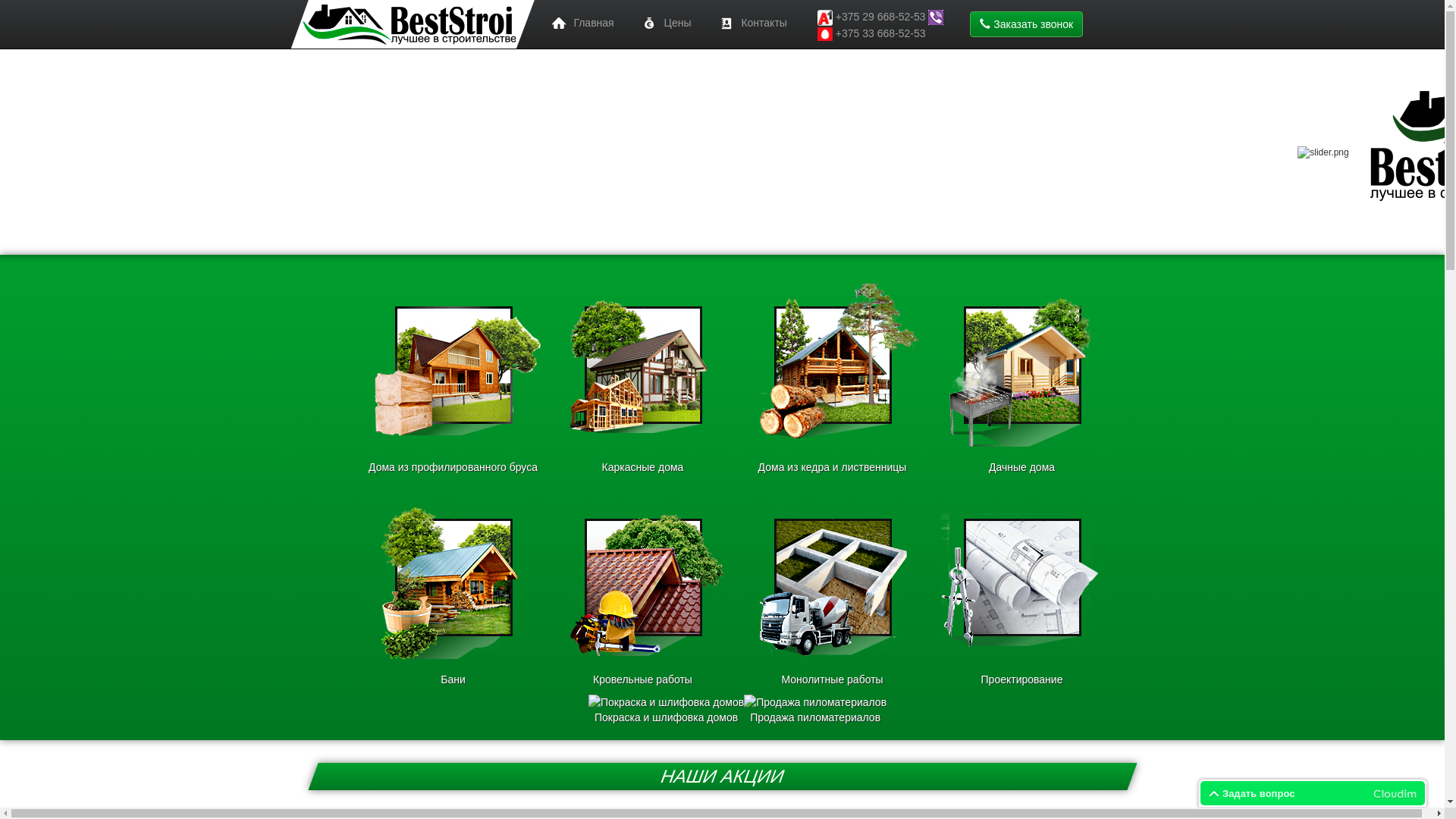 The image size is (1456, 819). I want to click on '+375 33 668-52-53', so click(880, 33).